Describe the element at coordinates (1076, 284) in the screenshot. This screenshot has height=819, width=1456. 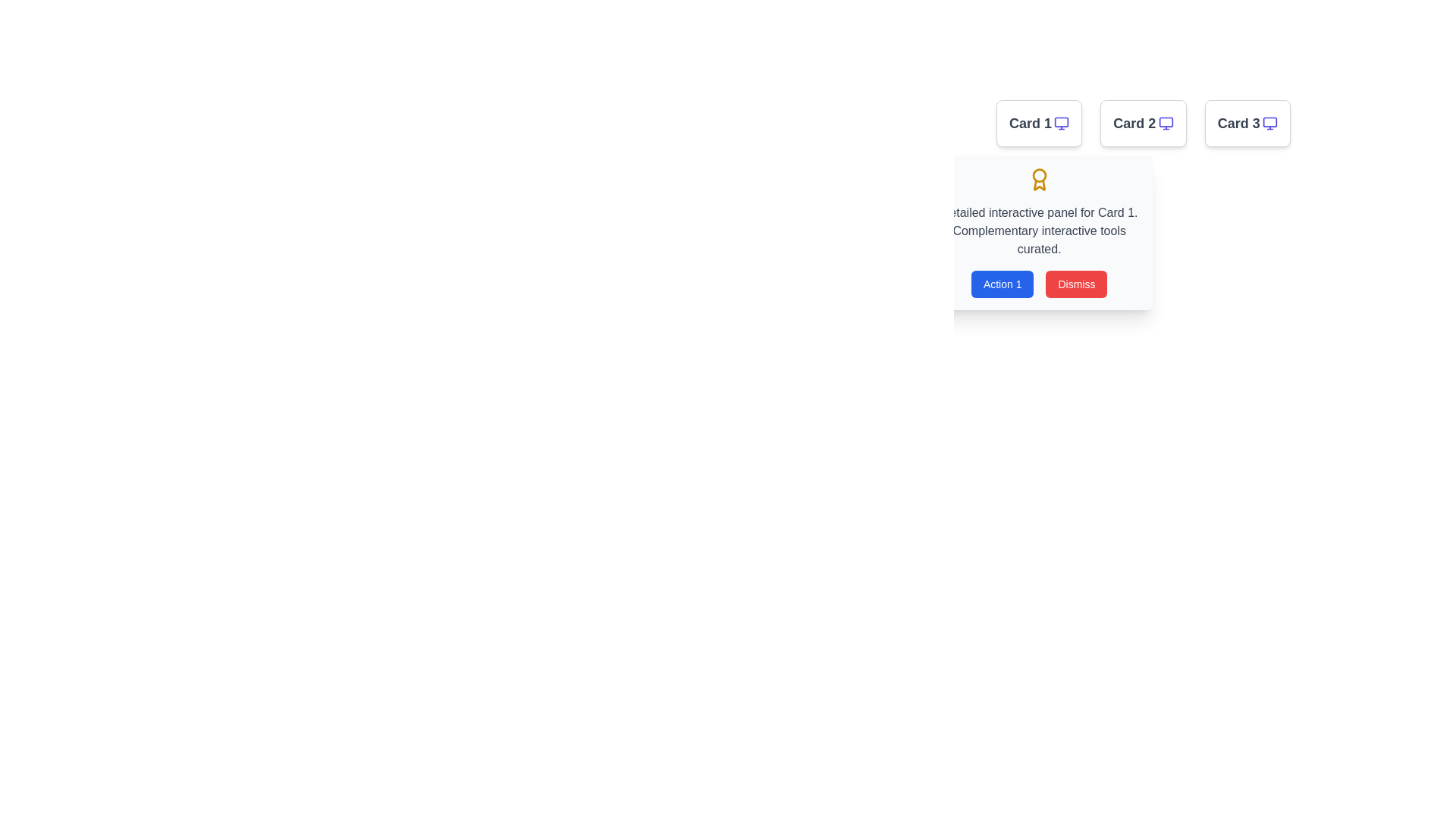
I see `the dismiss button located at the bottom right of the interface to observe the hover effect` at that location.